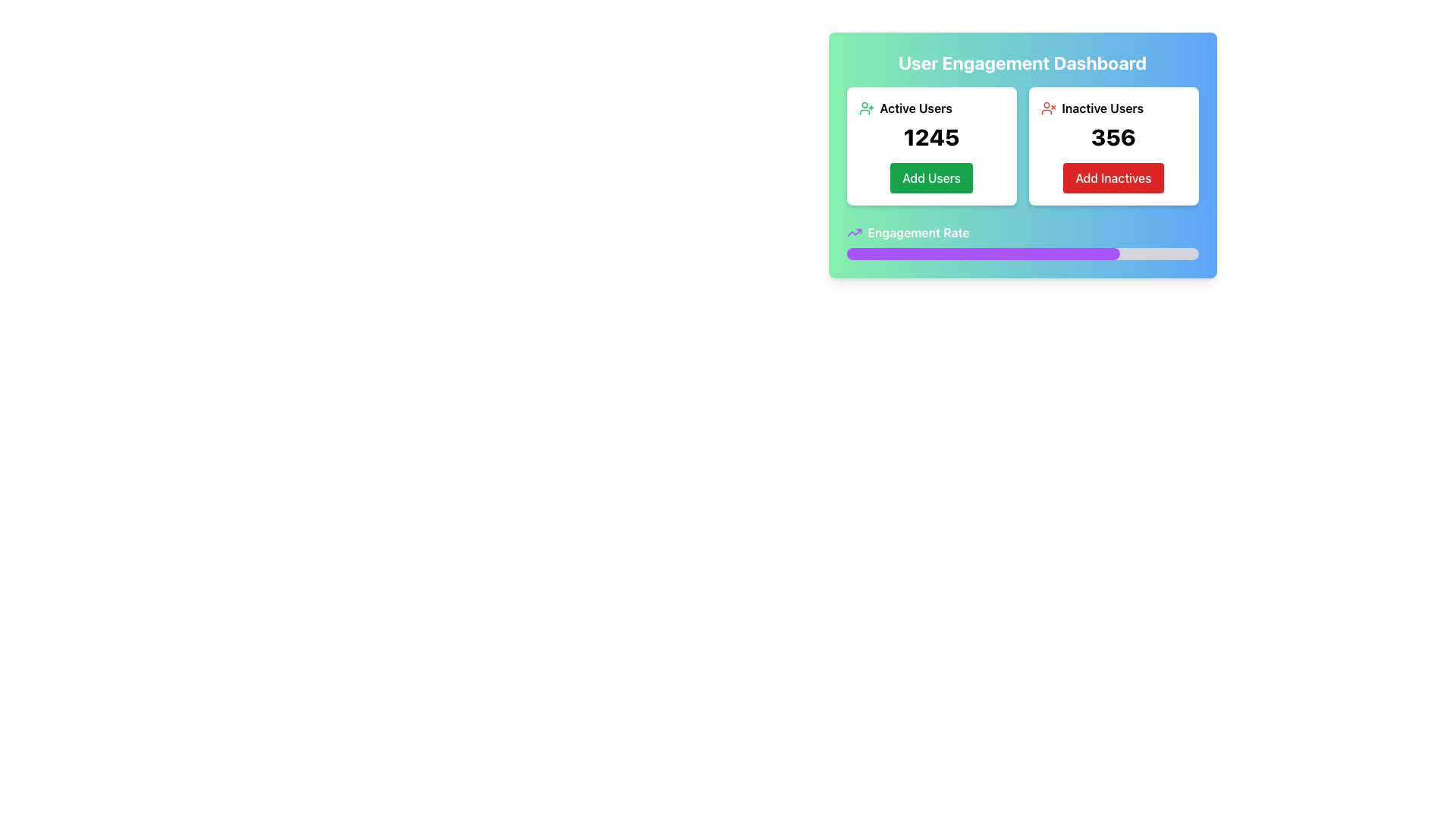 This screenshot has height=819, width=1456. What do you see at coordinates (930, 146) in the screenshot?
I see `the Informative Card with Action Button located in the top-left portion of the two-card grid layout` at bounding box center [930, 146].